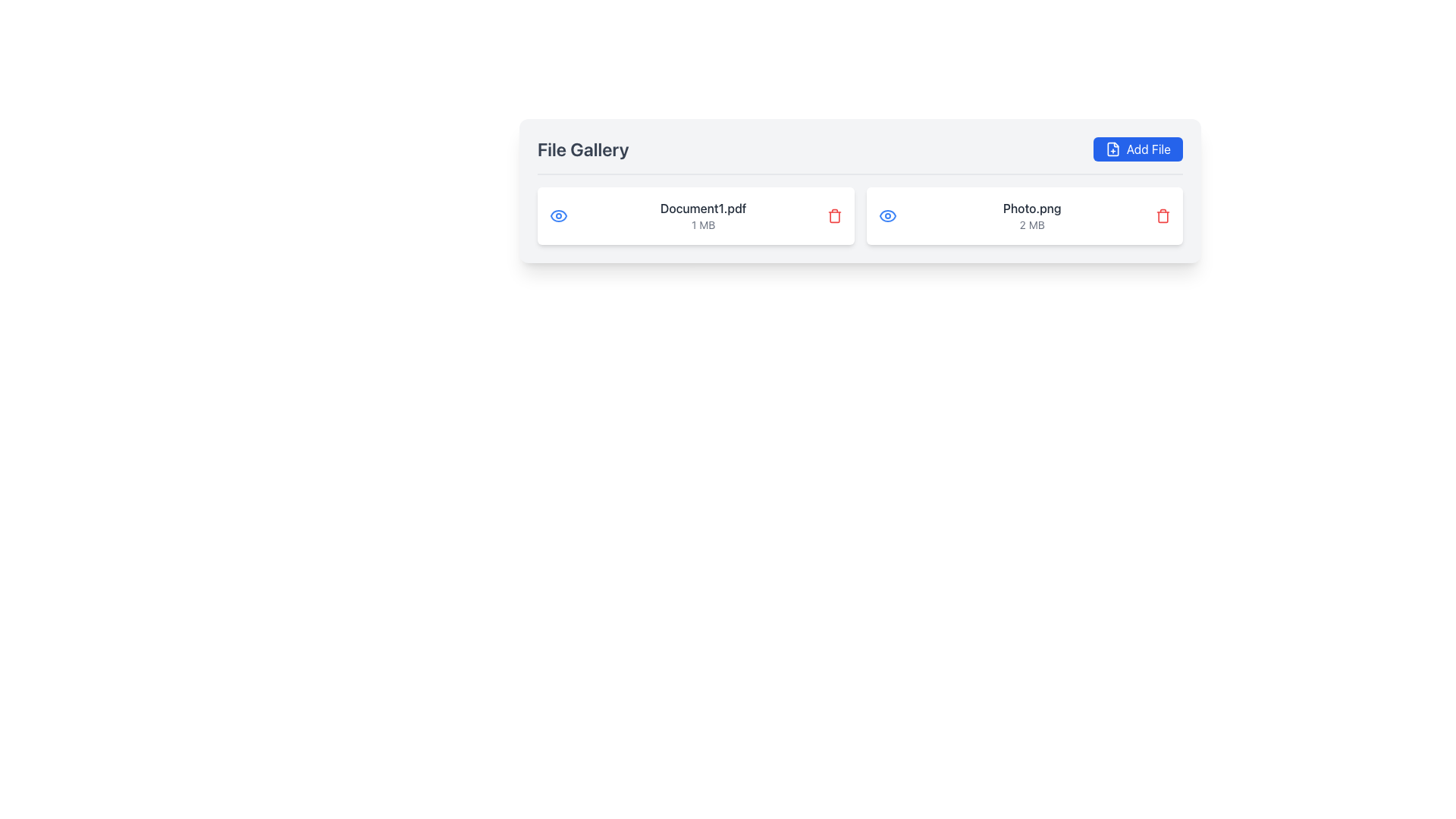 Image resolution: width=1456 pixels, height=819 pixels. Describe the element at coordinates (887, 216) in the screenshot. I see `the eye-shaped icon within the SVG element located in the first row of the file list` at that location.